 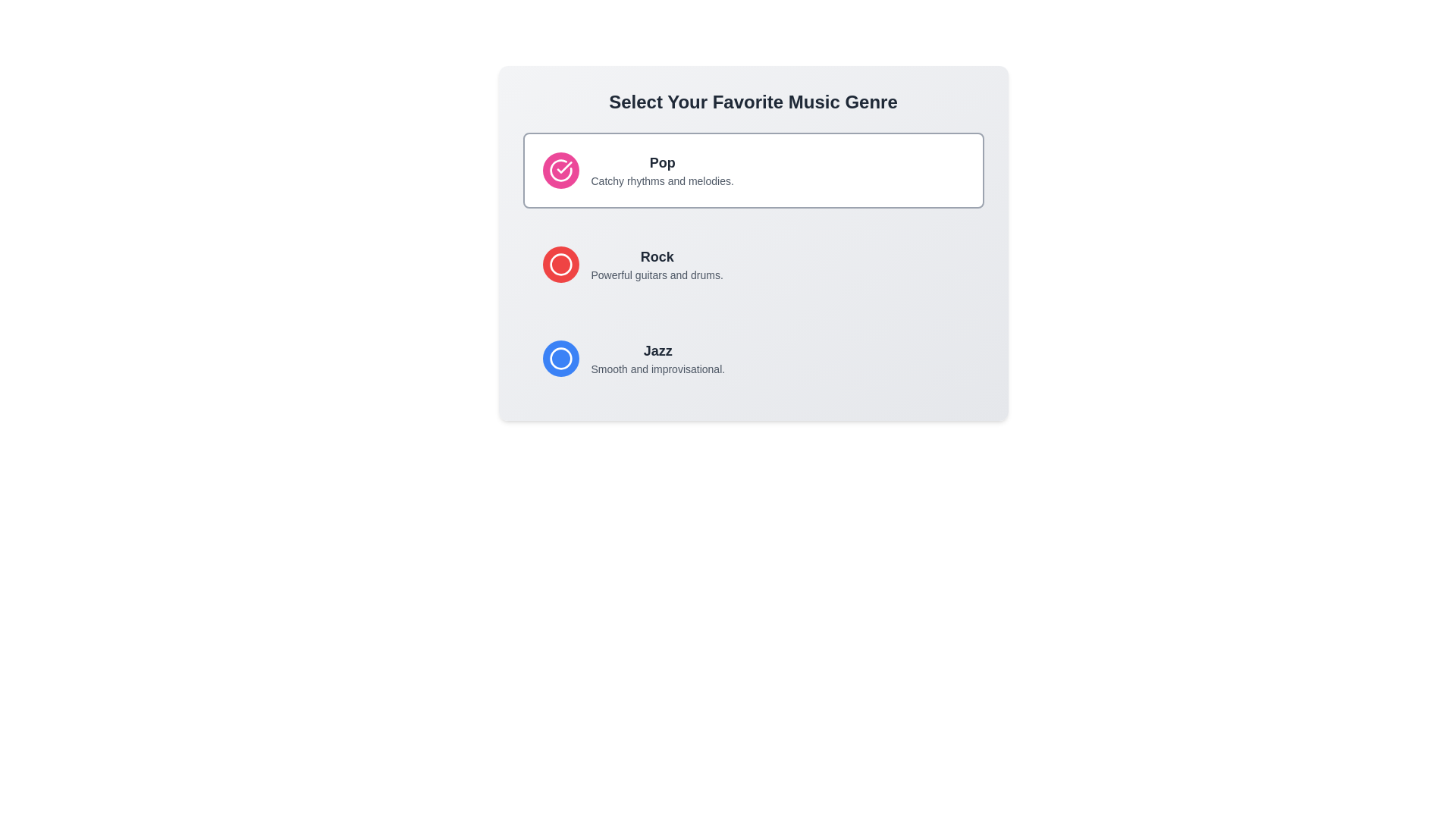 What do you see at coordinates (657, 350) in the screenshot?
I see `text label that says 'Jazz', which is styled in bold, dark gray, and located above the description 'Smooth and improvisational.' in the third option of the music genre list` at bounding box center [657, 350].